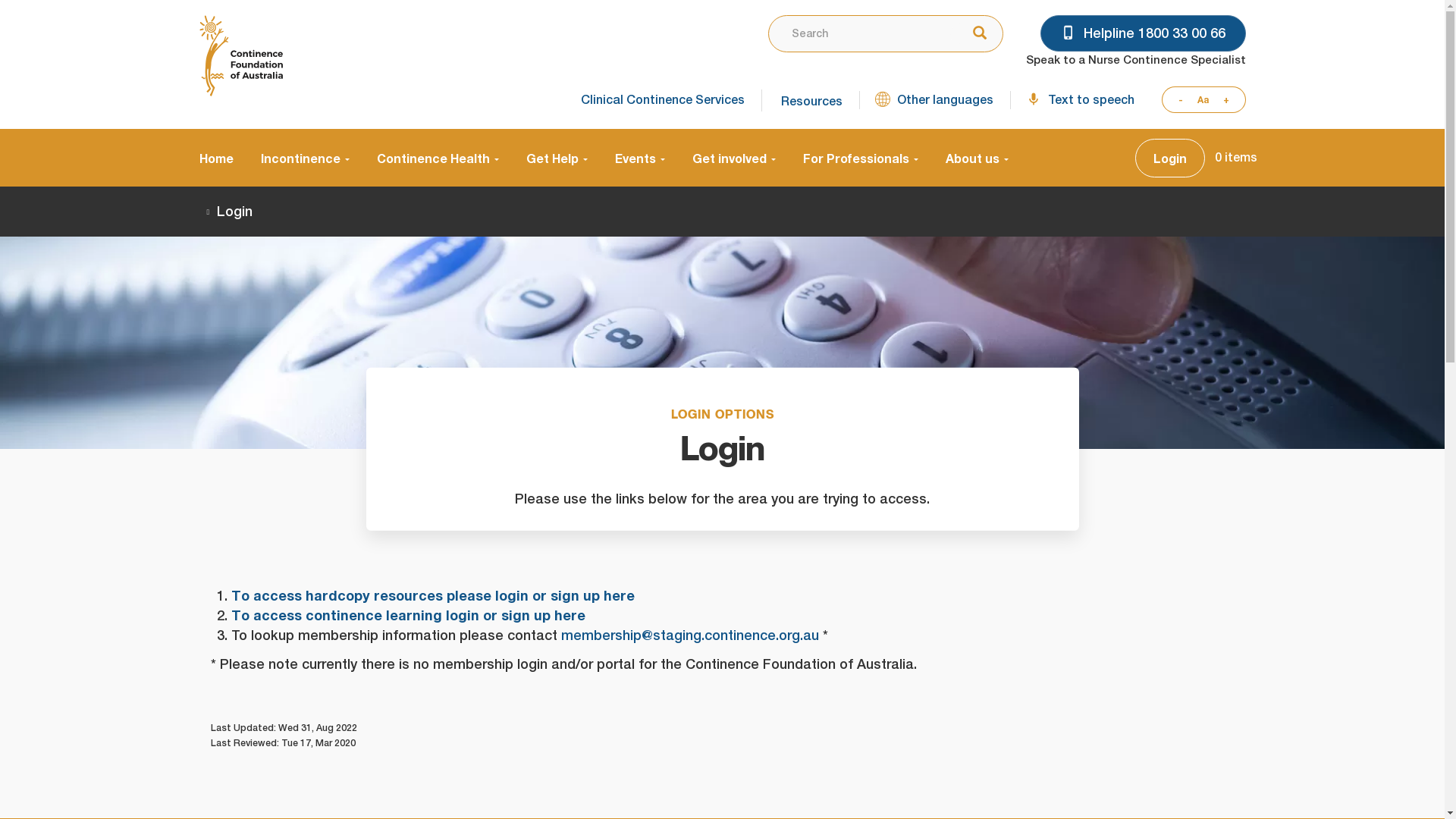 Image resolution: width=1456 pixels, height=819 pixels. I want to click on 'Incontinence', so click(304, 158).